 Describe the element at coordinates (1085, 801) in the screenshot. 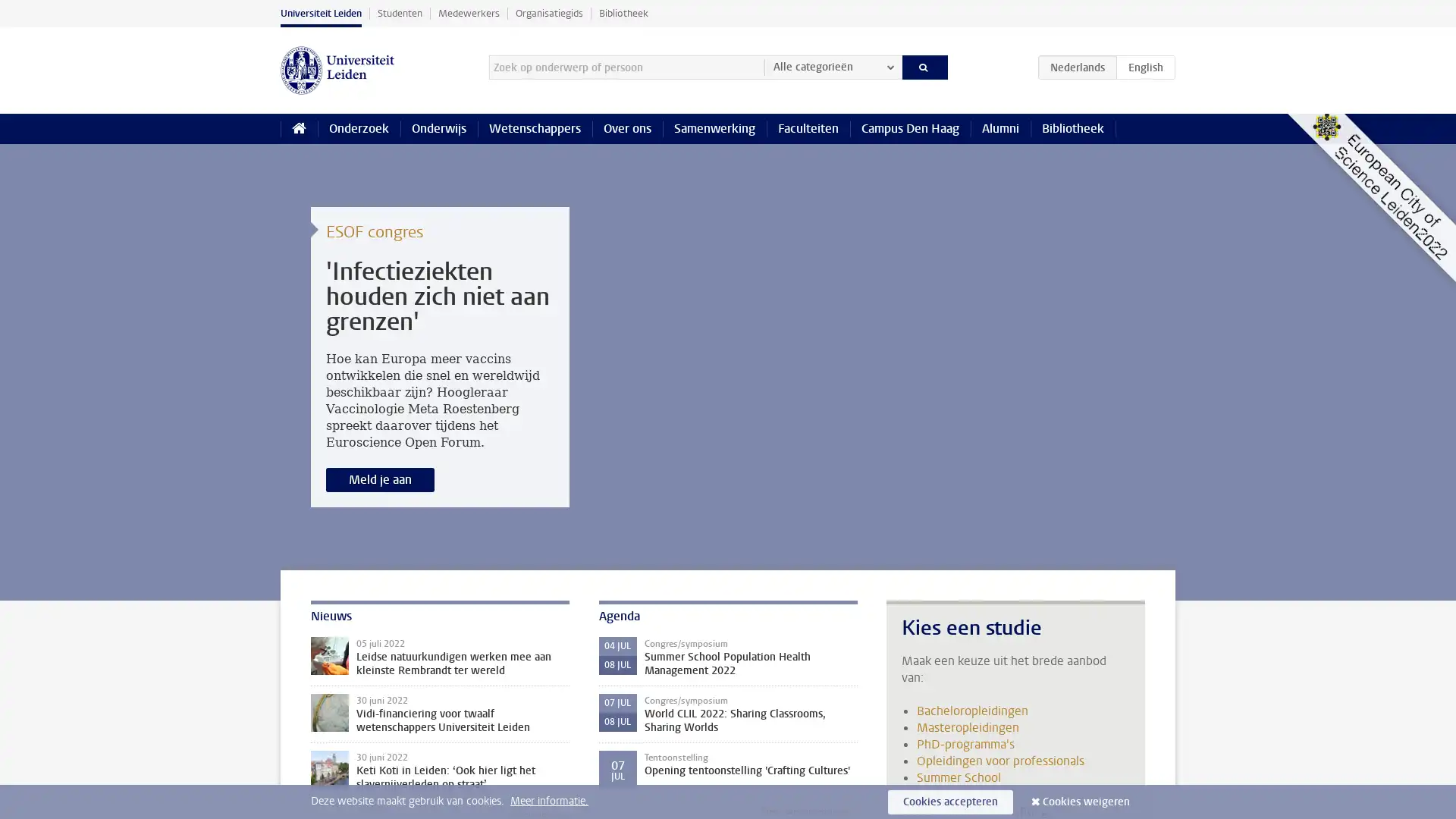

I see `Cookies weigeren` at that location.